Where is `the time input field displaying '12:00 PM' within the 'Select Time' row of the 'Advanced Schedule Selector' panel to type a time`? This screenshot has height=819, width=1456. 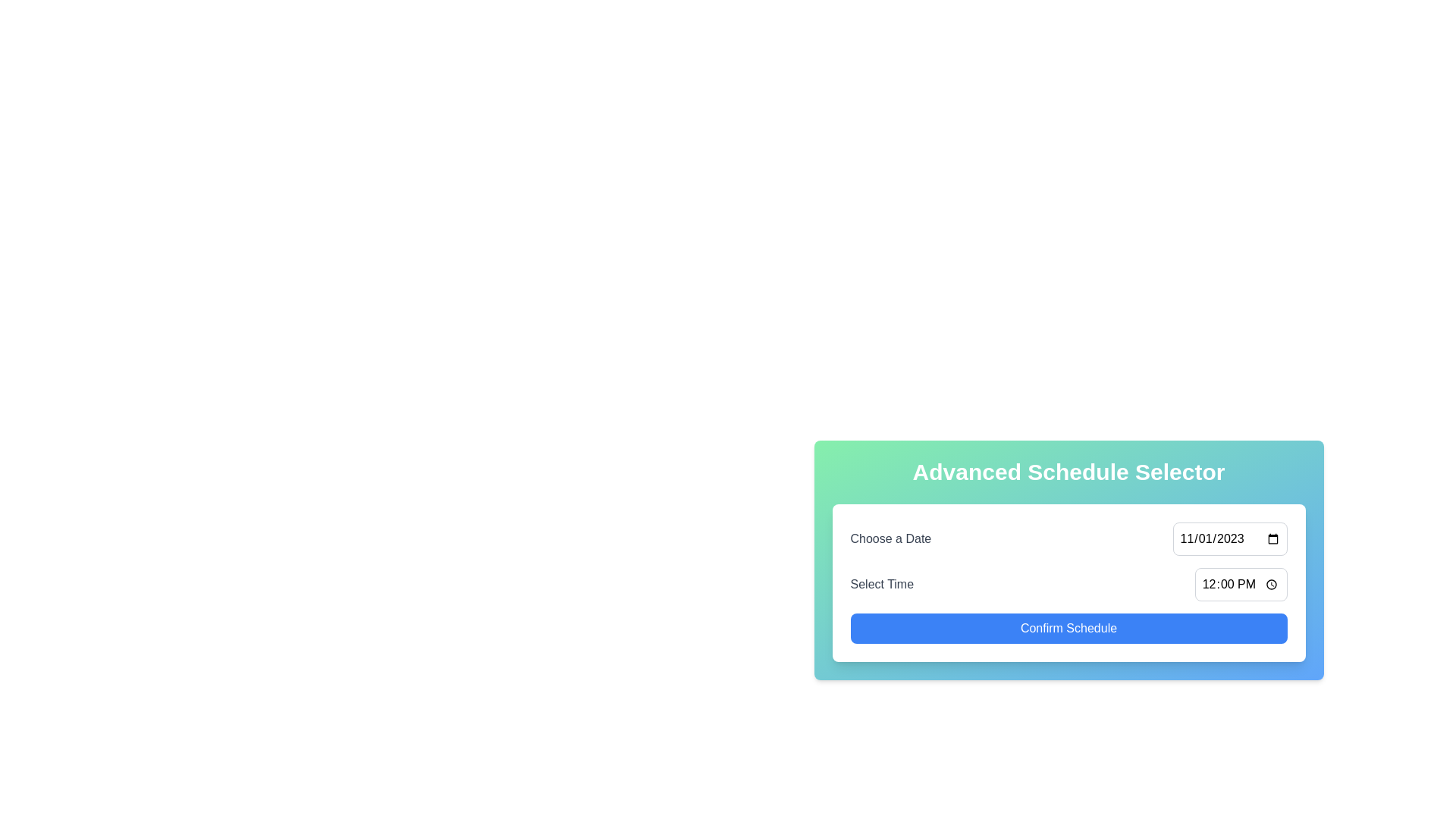
the time input field displaying '12:00 PM' within the 'Select Time' row of the 'Advanced Schedule Selector' panel to type a time is located at coordinates (1241, 584).